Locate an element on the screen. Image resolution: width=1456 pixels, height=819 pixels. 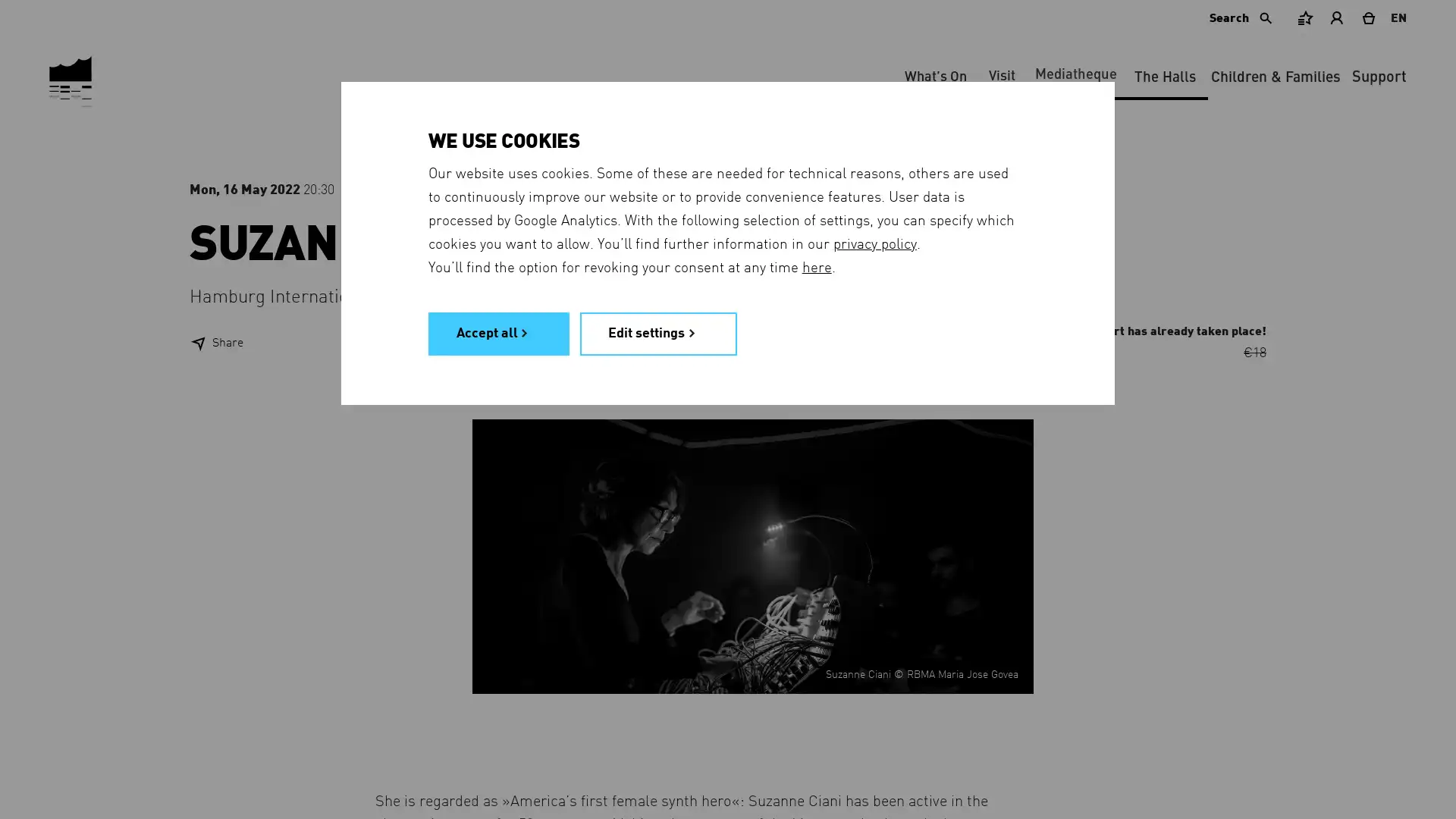
Edit settings is located at coordinates (658, 332).